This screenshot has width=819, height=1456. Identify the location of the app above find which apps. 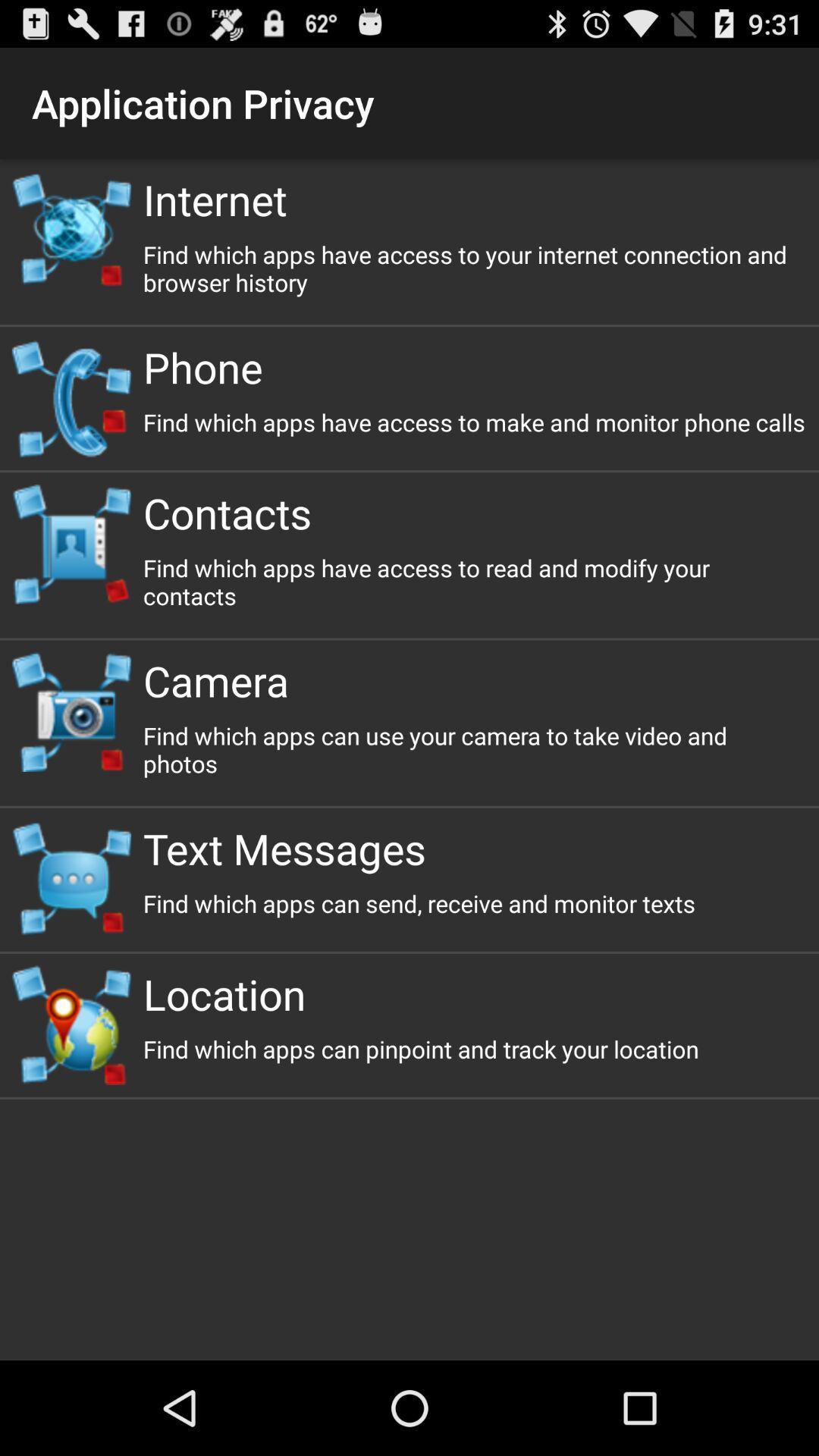
(474, 847).